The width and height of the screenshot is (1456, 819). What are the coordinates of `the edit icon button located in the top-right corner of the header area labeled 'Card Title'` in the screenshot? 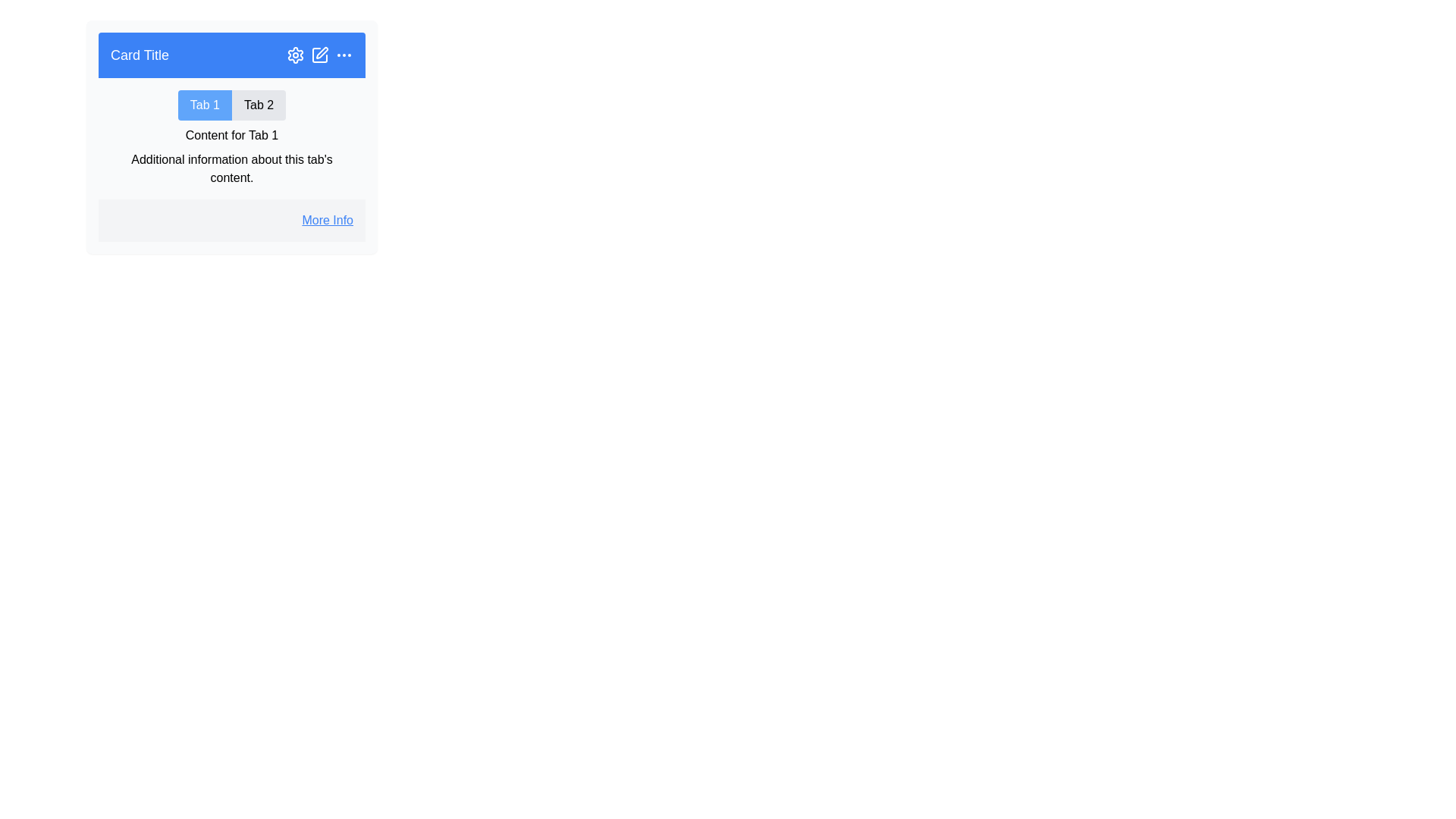 It's located at (319, 55).